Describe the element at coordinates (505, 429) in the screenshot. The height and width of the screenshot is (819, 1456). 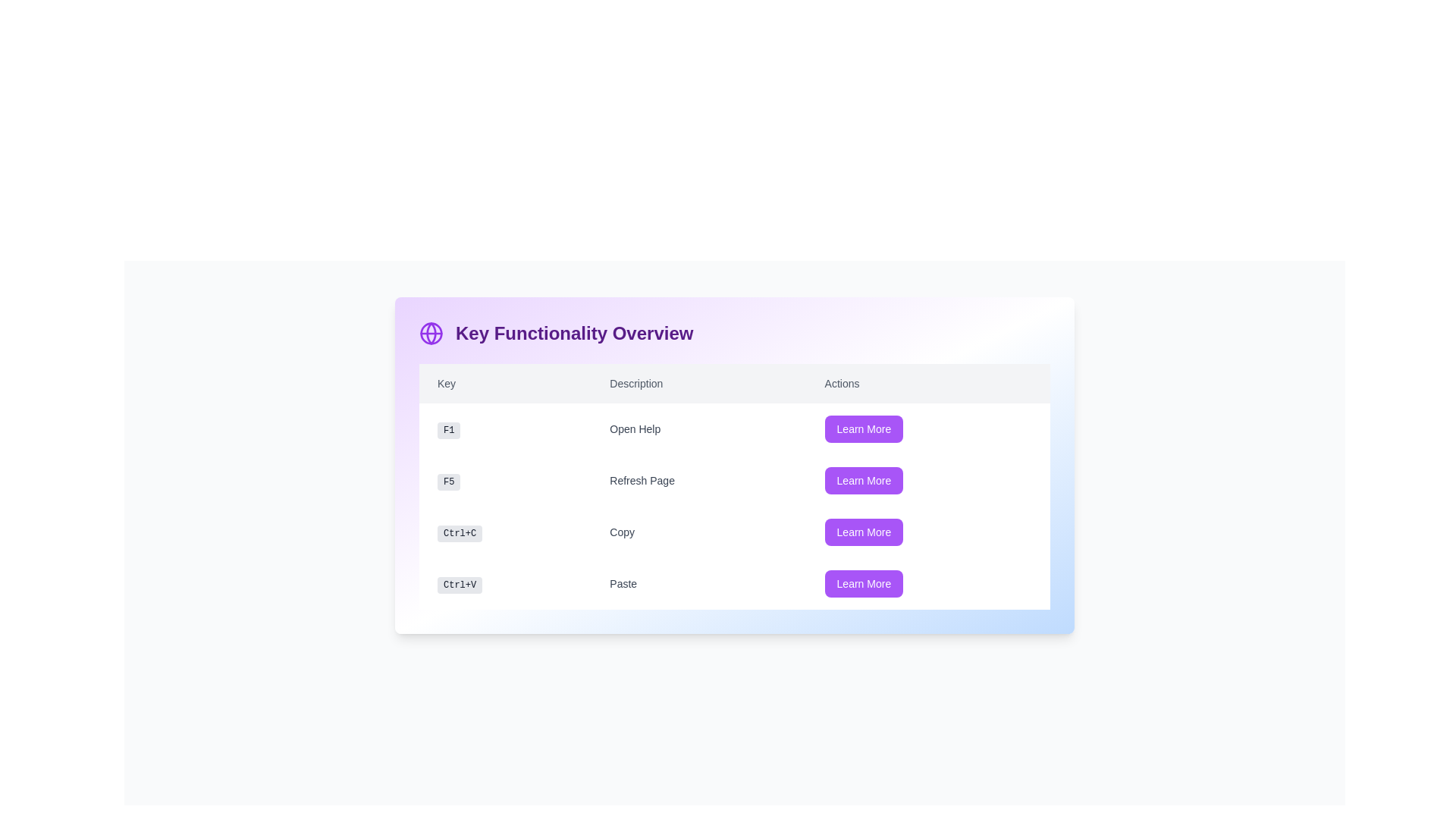
I see `the static text label element displaying 'F1'` at that location.